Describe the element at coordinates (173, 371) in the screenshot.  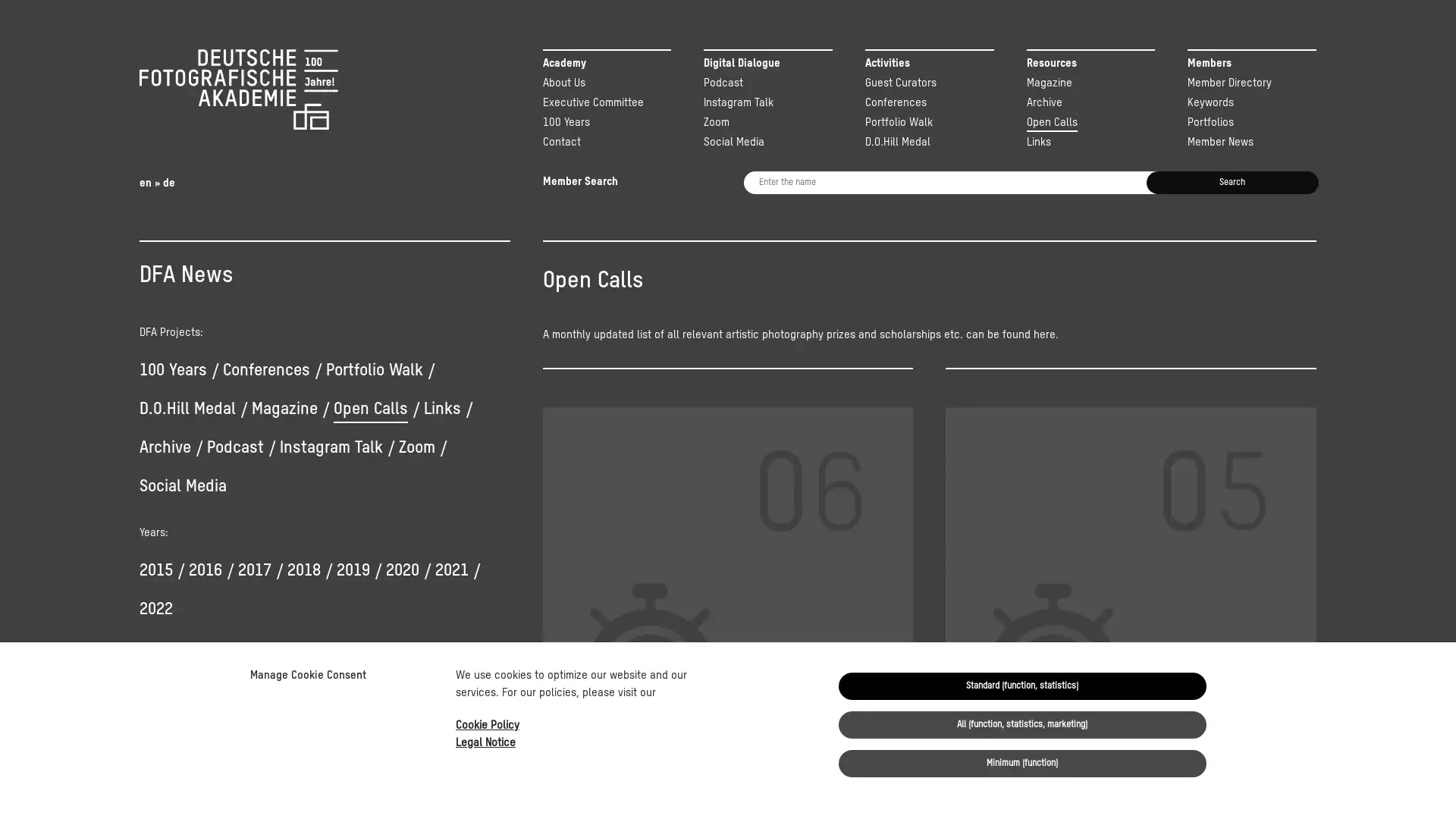
I see `100 Years` at that location.